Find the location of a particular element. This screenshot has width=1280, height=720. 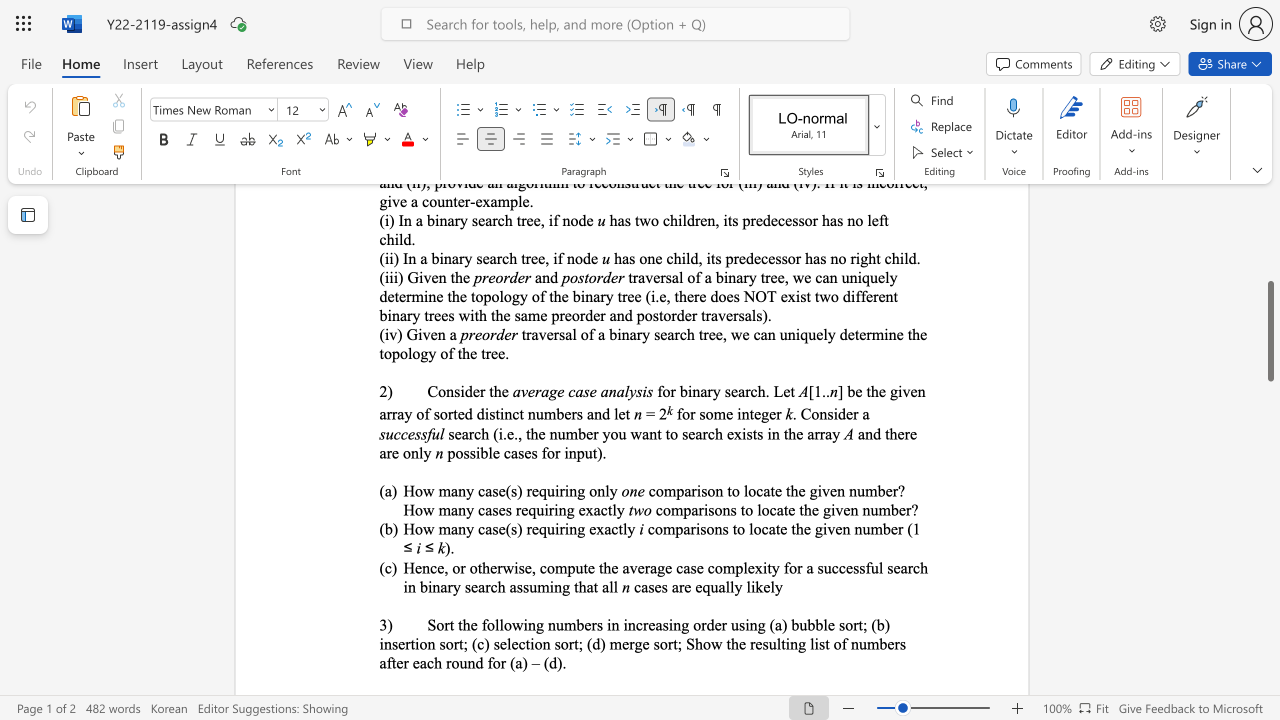

the scrollbar and move up 350 pixels is located at coordinates (1269, 330).